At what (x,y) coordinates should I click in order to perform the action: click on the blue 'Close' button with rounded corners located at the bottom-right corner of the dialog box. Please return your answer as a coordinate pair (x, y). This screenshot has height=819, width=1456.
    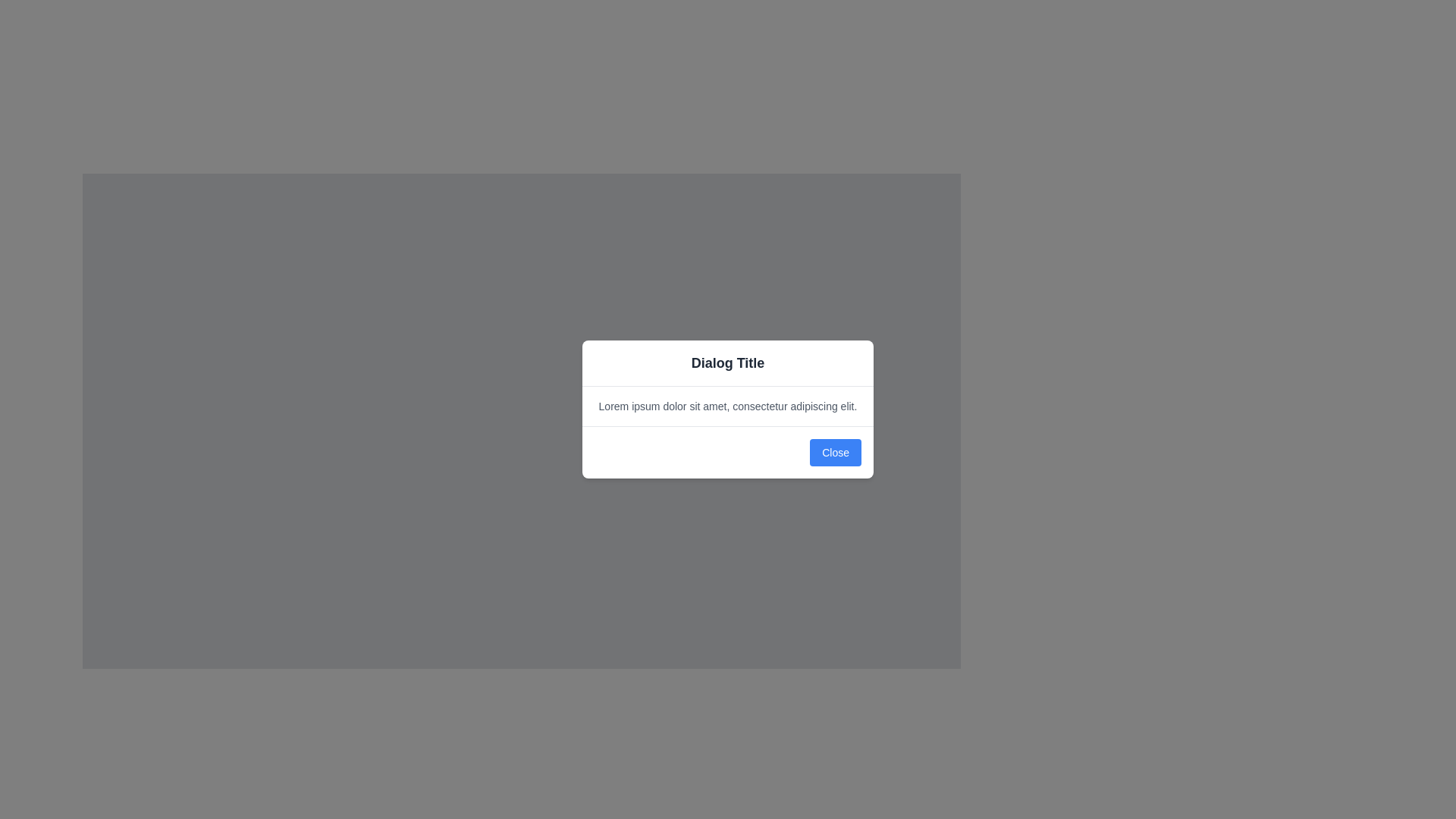
    Looking at the image, I should click on (835, 452).